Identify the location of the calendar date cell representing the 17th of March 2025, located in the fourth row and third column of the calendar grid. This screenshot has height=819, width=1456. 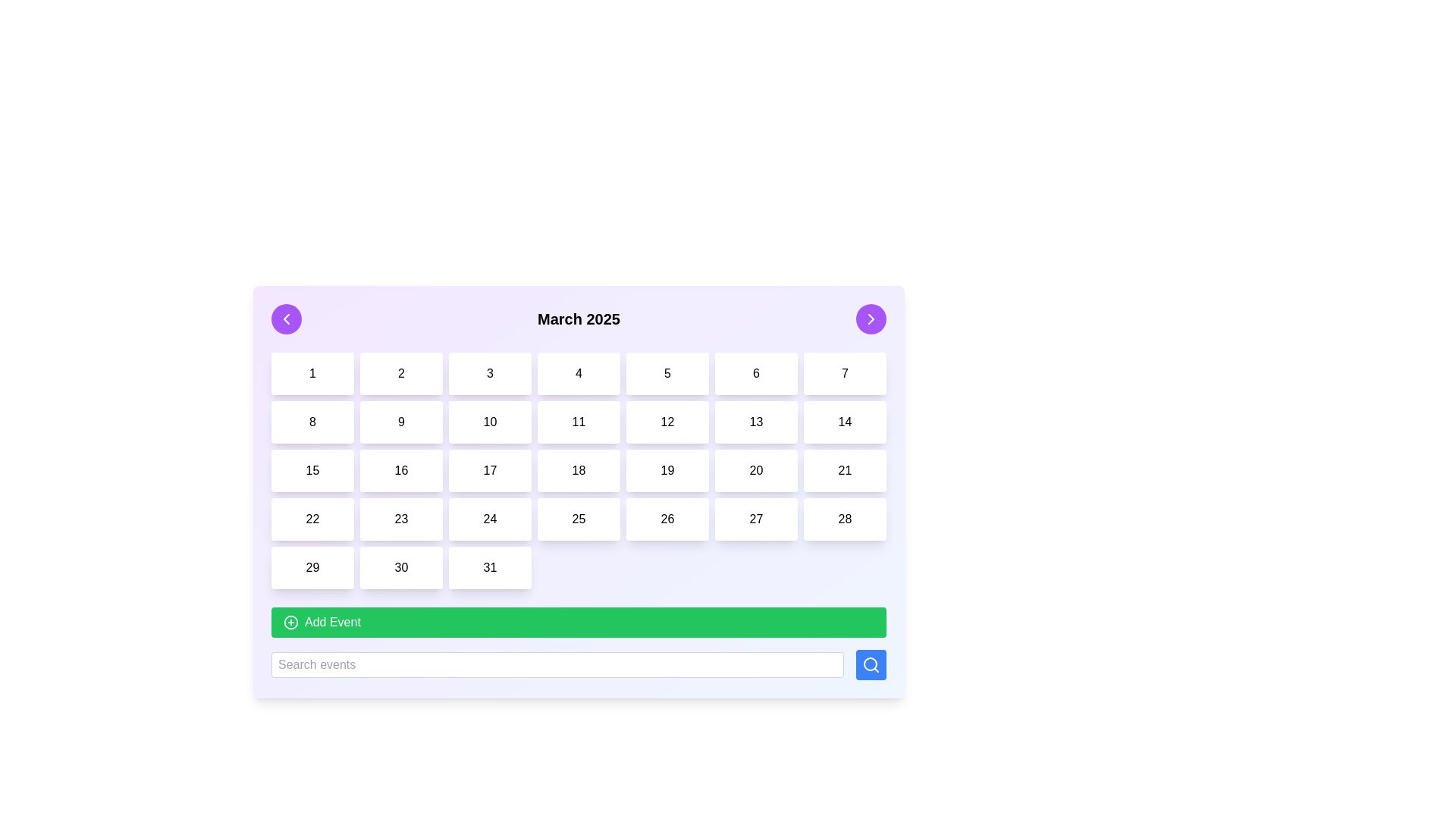
(490, 470).